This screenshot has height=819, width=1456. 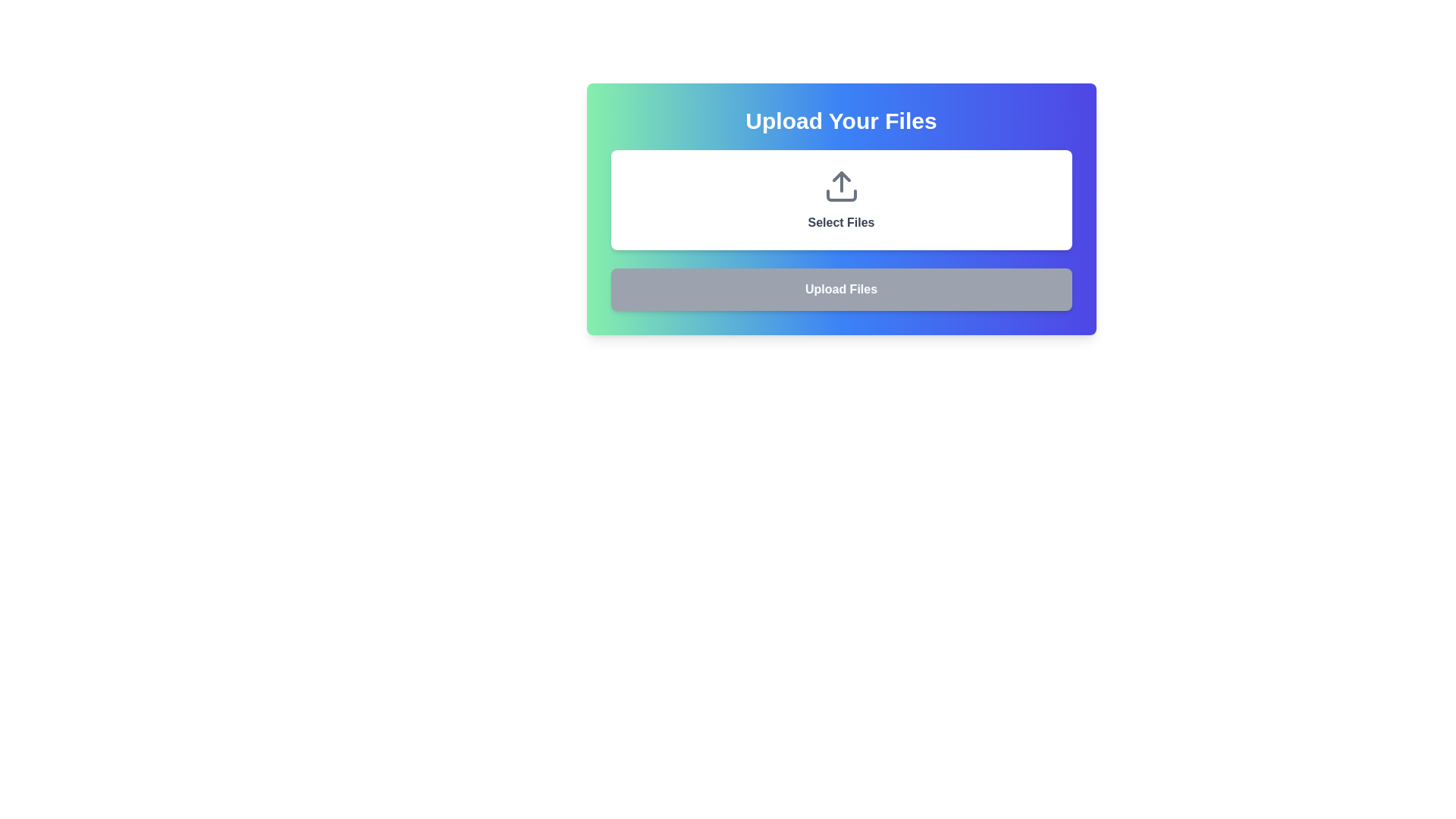 What do you see at coordinates (840, 199) in the screenshot?
I see `the file upload input area located below the 'Upload Your Files' text and above the 'Upload Files' button` at bounding box center [840, 199].